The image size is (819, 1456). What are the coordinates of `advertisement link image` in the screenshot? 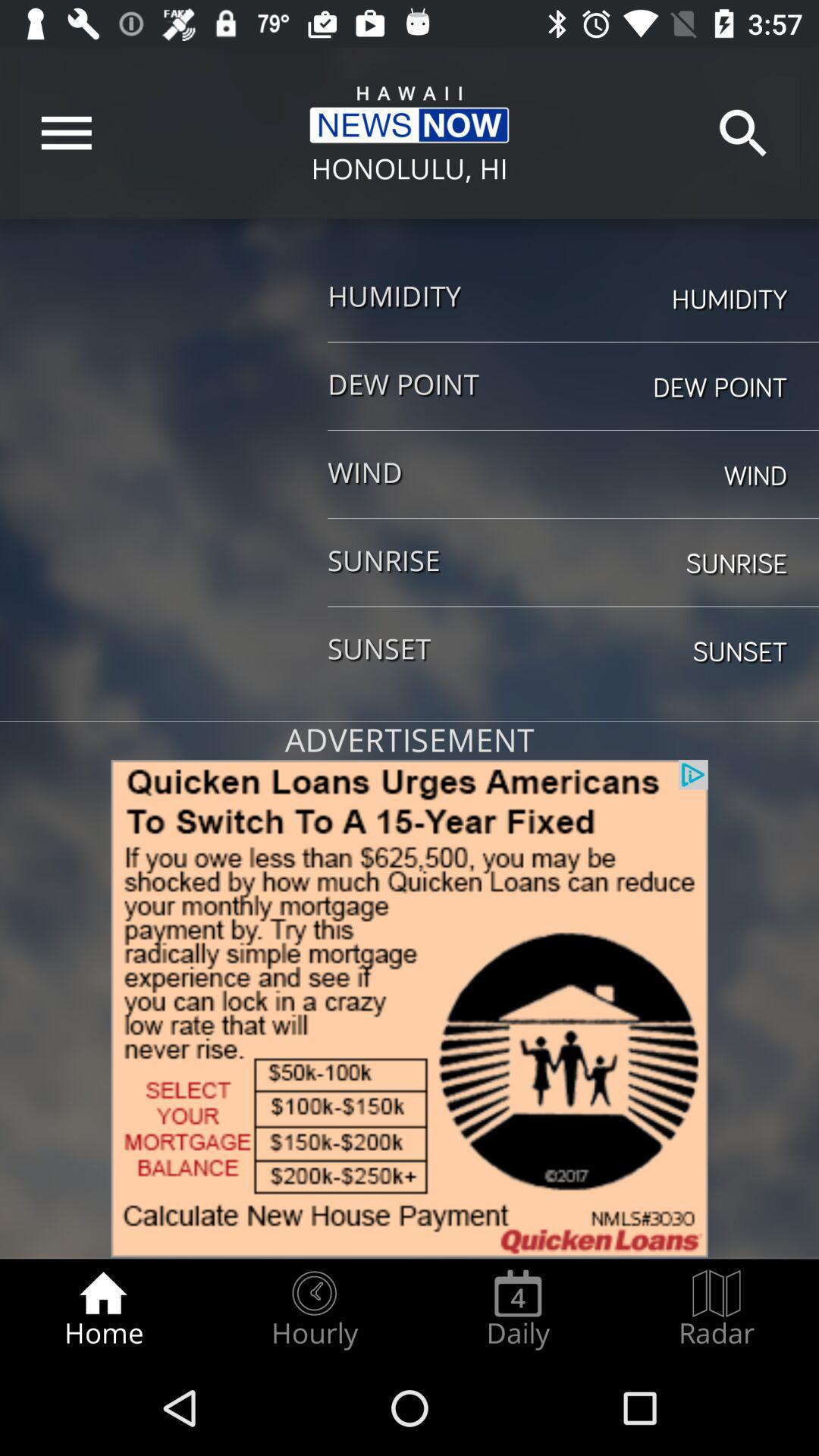 It's located at (409, 1009).